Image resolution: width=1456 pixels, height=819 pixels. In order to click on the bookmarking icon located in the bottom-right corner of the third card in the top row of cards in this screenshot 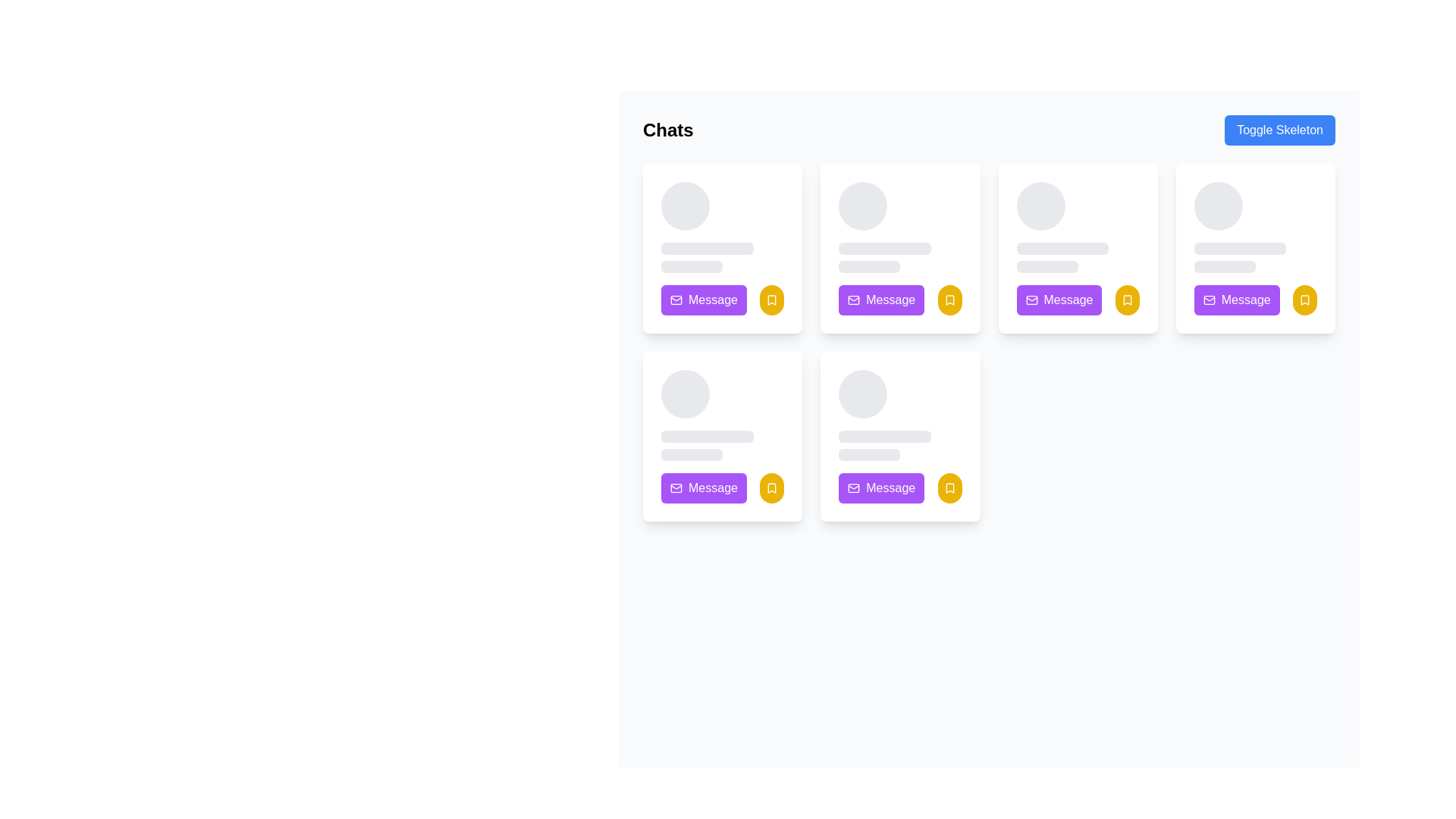, I will do `click(1127, 300)`.